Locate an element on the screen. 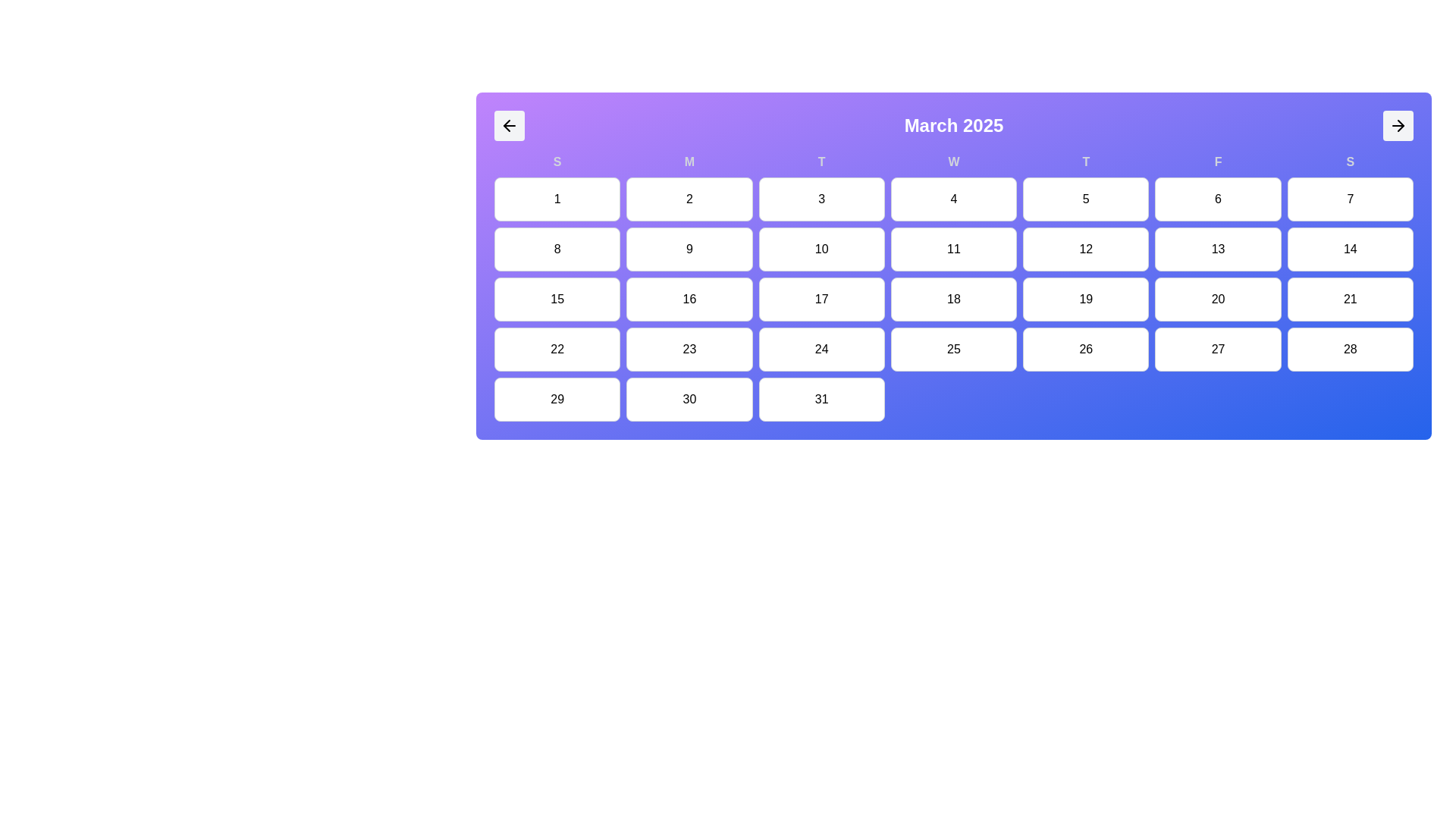 Image resolution: width=1456 pixels, height=819 pixels. the calendar day cell representing the date '30' is located at coordinates (689, 399).